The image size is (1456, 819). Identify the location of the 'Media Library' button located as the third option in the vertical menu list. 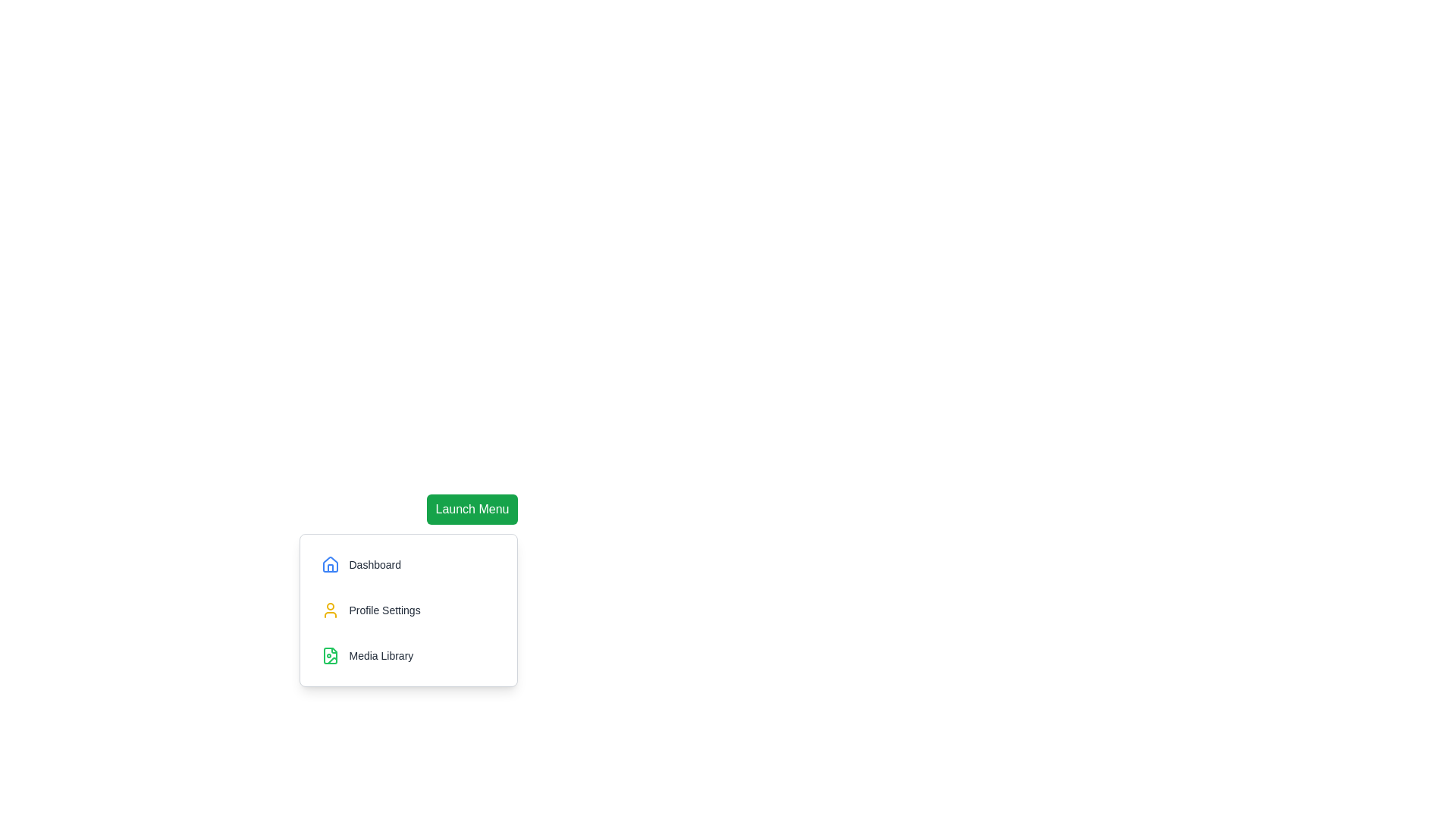
(409, 654).